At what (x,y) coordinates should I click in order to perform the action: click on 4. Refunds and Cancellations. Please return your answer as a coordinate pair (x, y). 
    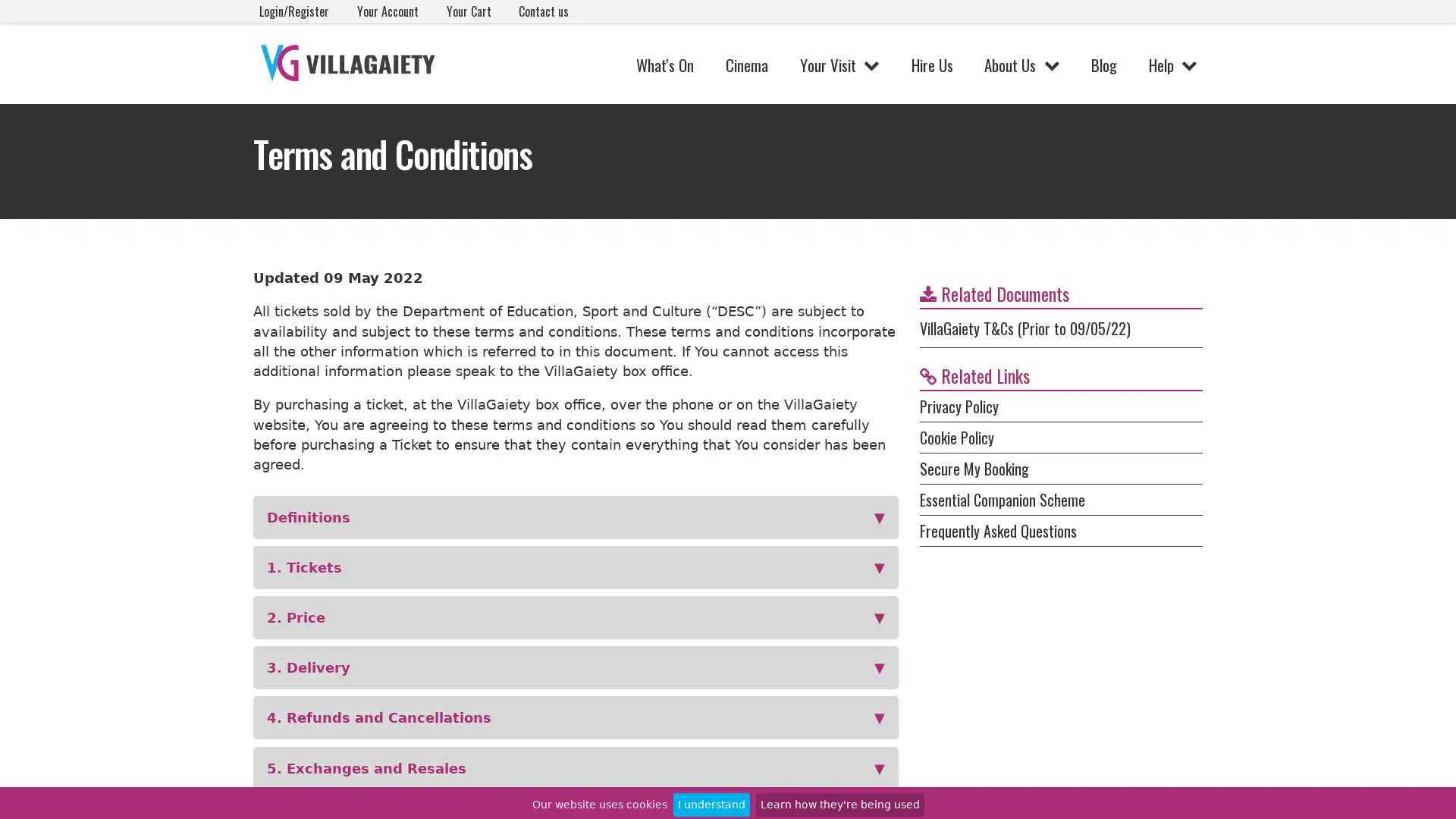
    Looking at the image, I should click on (575, 717).